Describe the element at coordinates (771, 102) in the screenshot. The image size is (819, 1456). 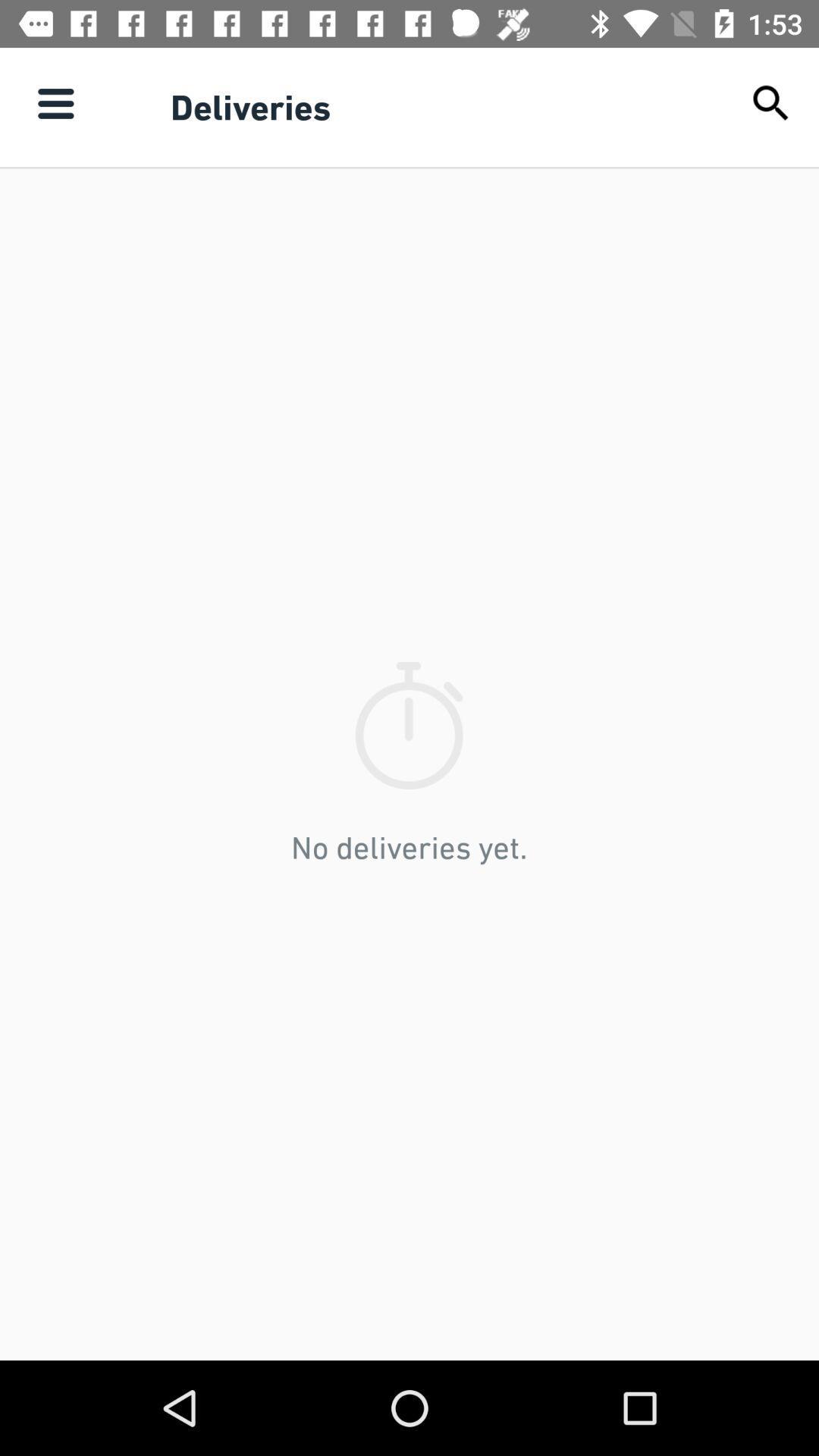
I see `the item at the top right corner` at that location.